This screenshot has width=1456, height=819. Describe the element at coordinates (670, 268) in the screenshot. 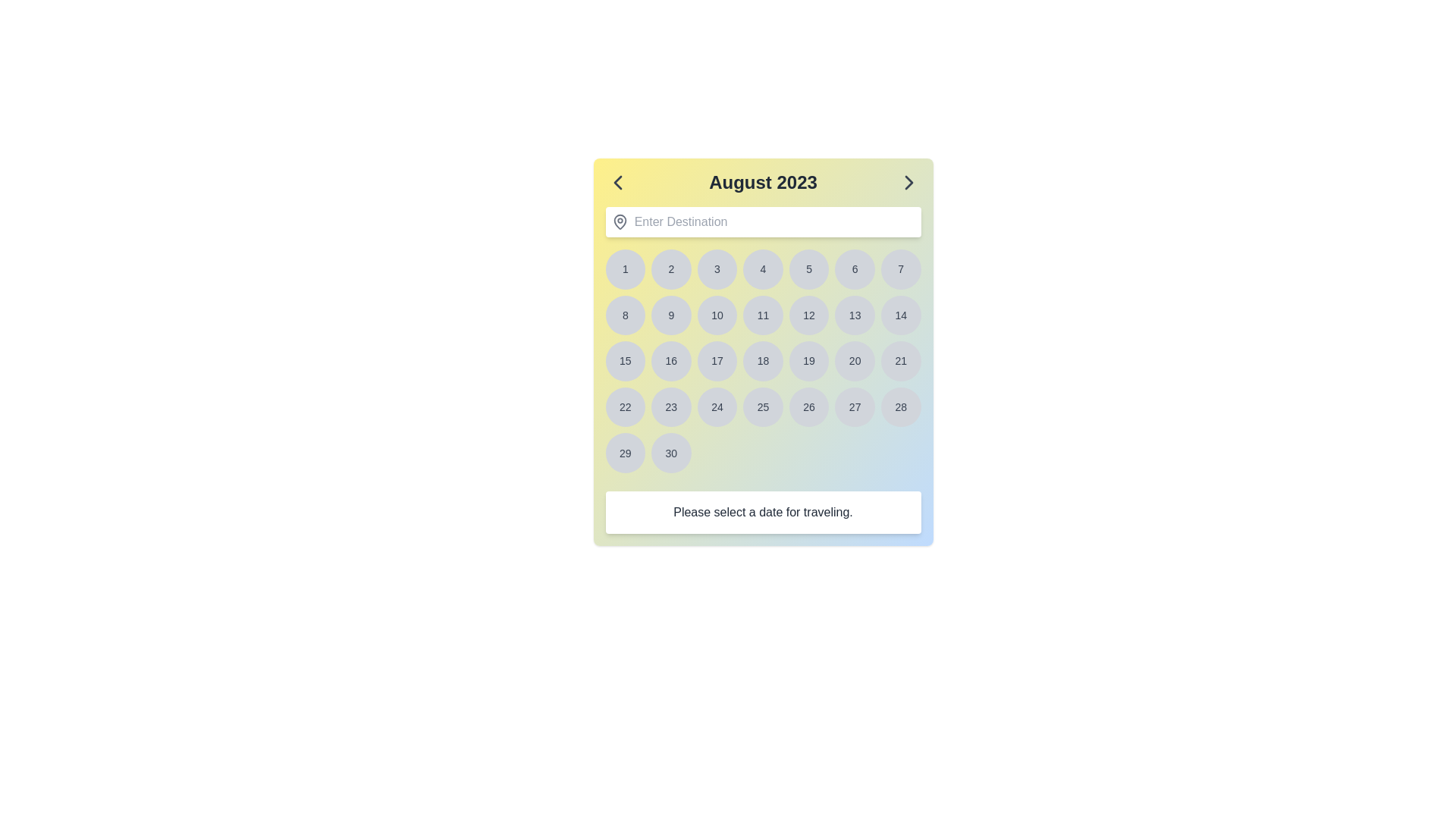

I see `the button representing the 2nd of the month in the calendar, located in the second column of the first row of the grid below the month display 'August 2023'` at that location.